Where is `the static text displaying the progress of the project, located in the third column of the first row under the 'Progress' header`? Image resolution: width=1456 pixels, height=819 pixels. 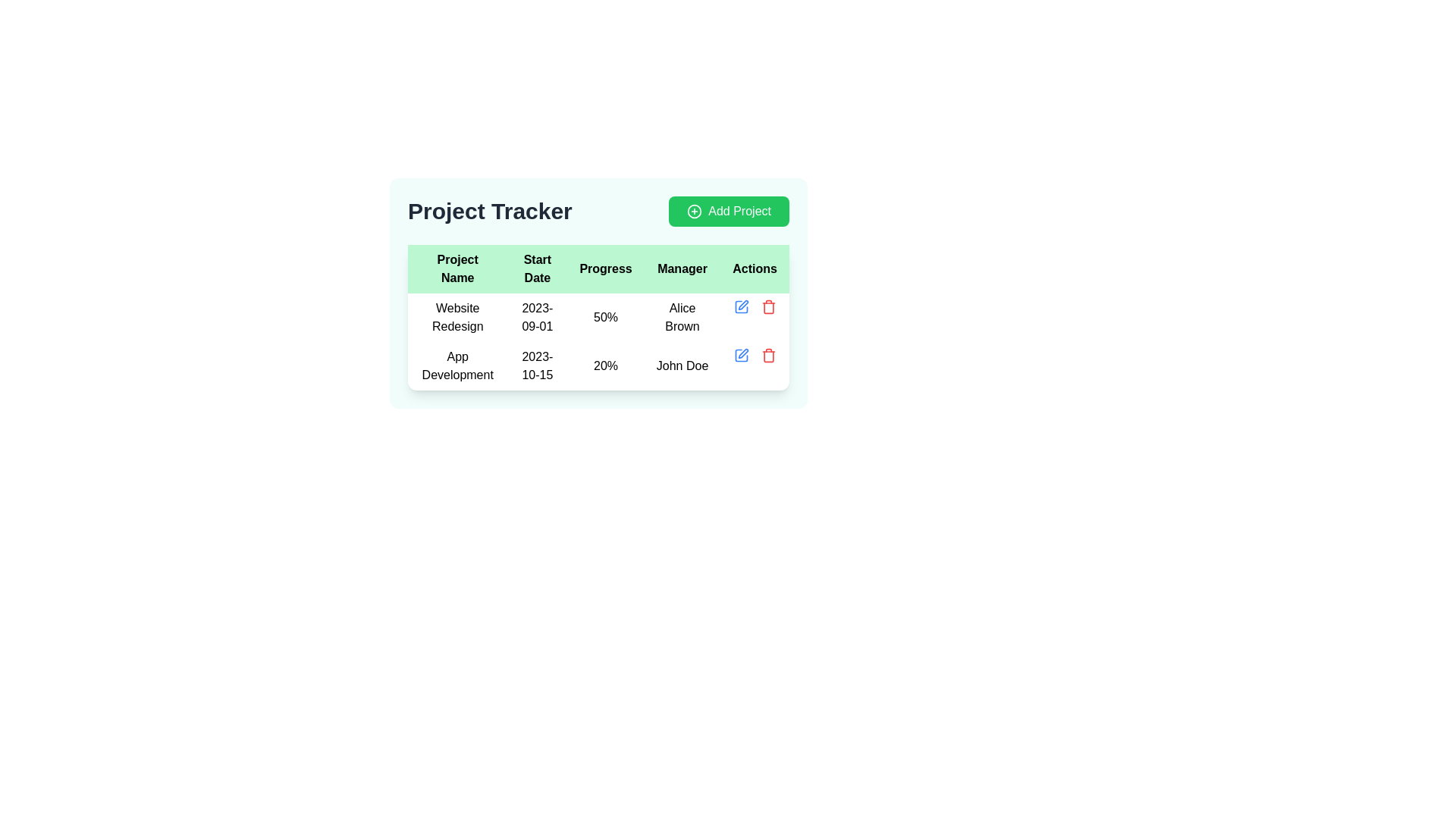 the static text displaying the progress of the project, located in the third column of the first row under the 'Progress' header is located at coordinates (598, 317).